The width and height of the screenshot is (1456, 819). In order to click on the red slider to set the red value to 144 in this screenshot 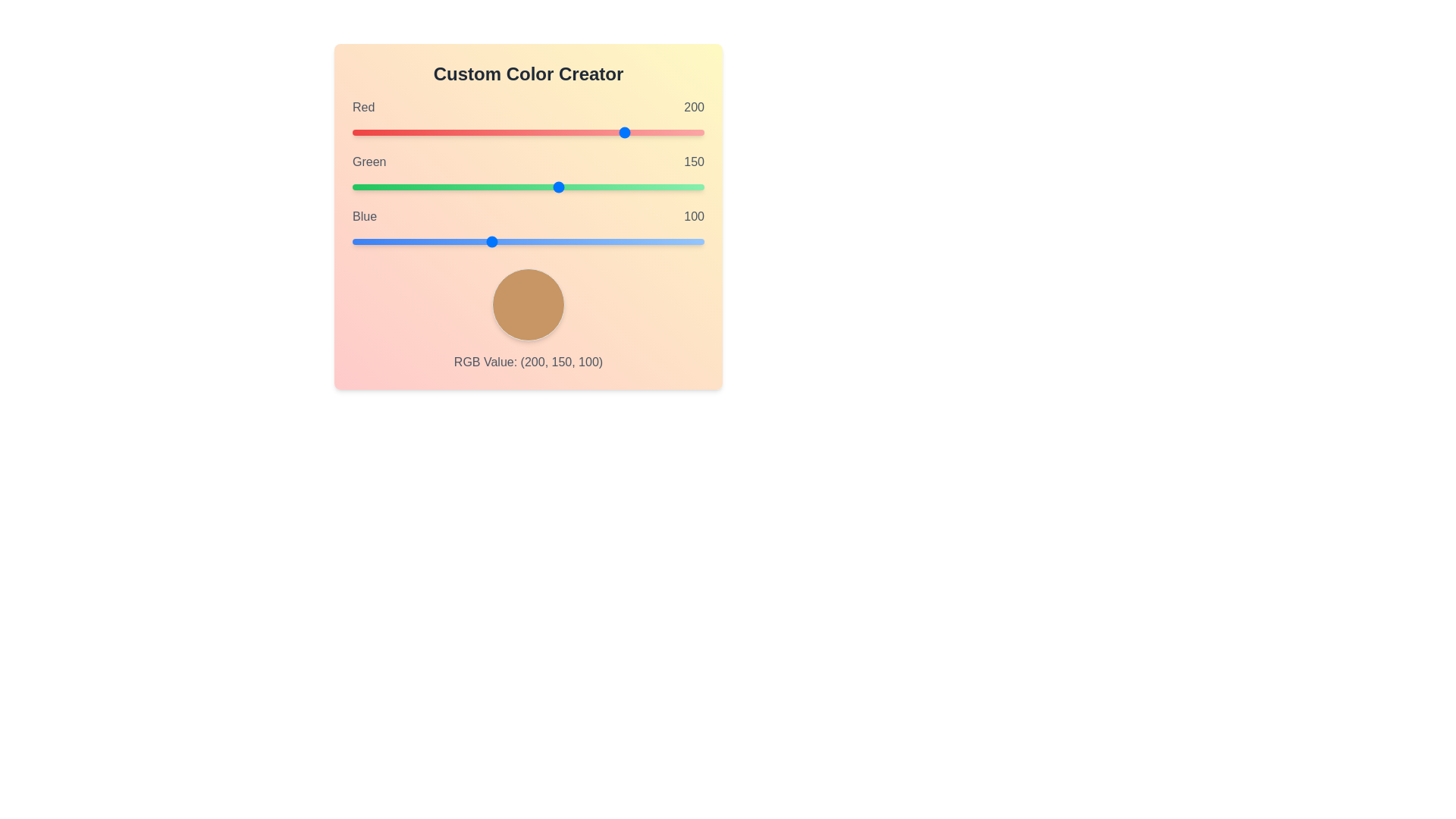, I will do `click(551, 131)`.